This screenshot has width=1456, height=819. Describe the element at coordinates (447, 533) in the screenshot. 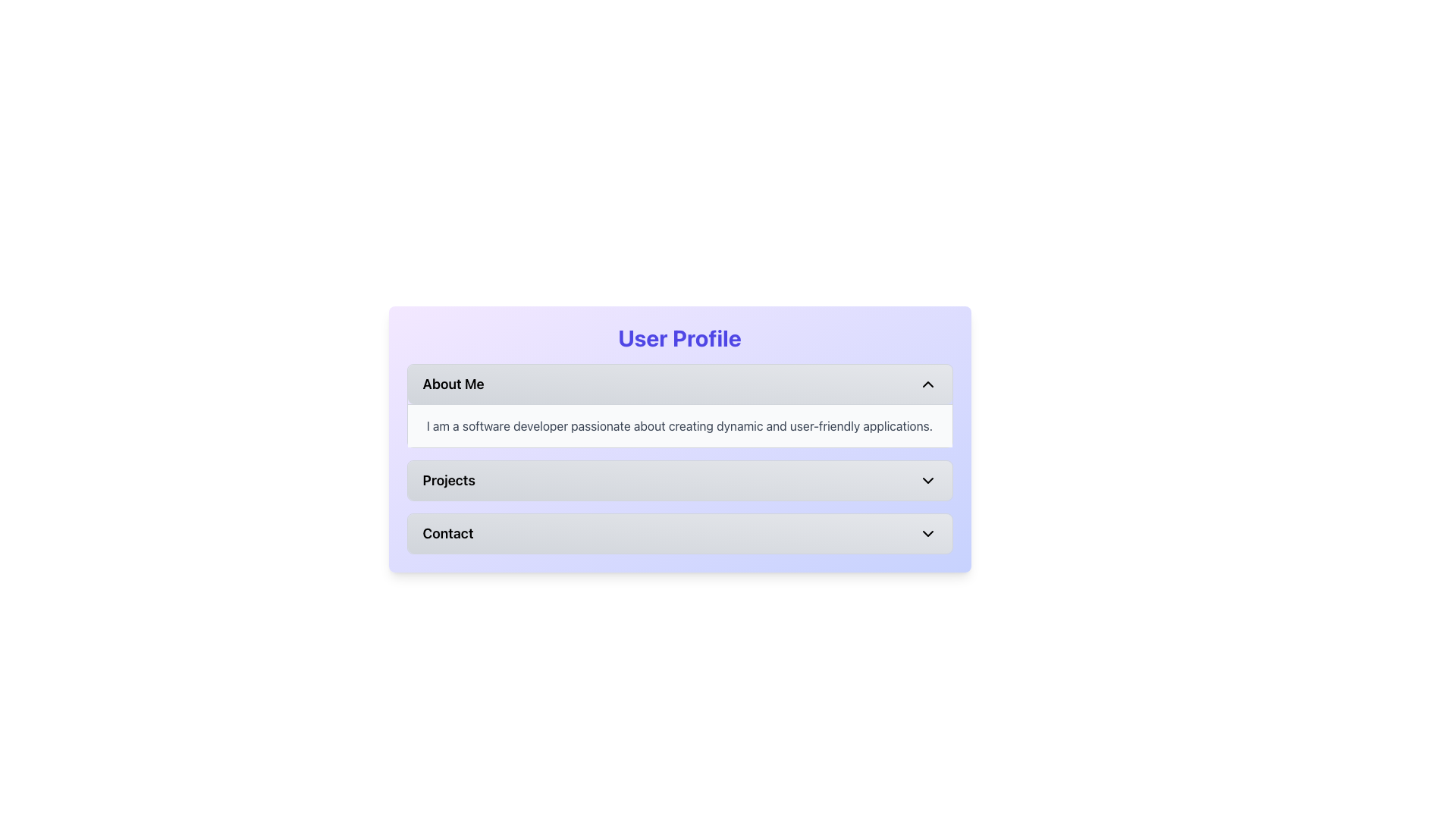

I see `the 'Contact' label located within the expanding section, which displays the text in bold font` at that location.